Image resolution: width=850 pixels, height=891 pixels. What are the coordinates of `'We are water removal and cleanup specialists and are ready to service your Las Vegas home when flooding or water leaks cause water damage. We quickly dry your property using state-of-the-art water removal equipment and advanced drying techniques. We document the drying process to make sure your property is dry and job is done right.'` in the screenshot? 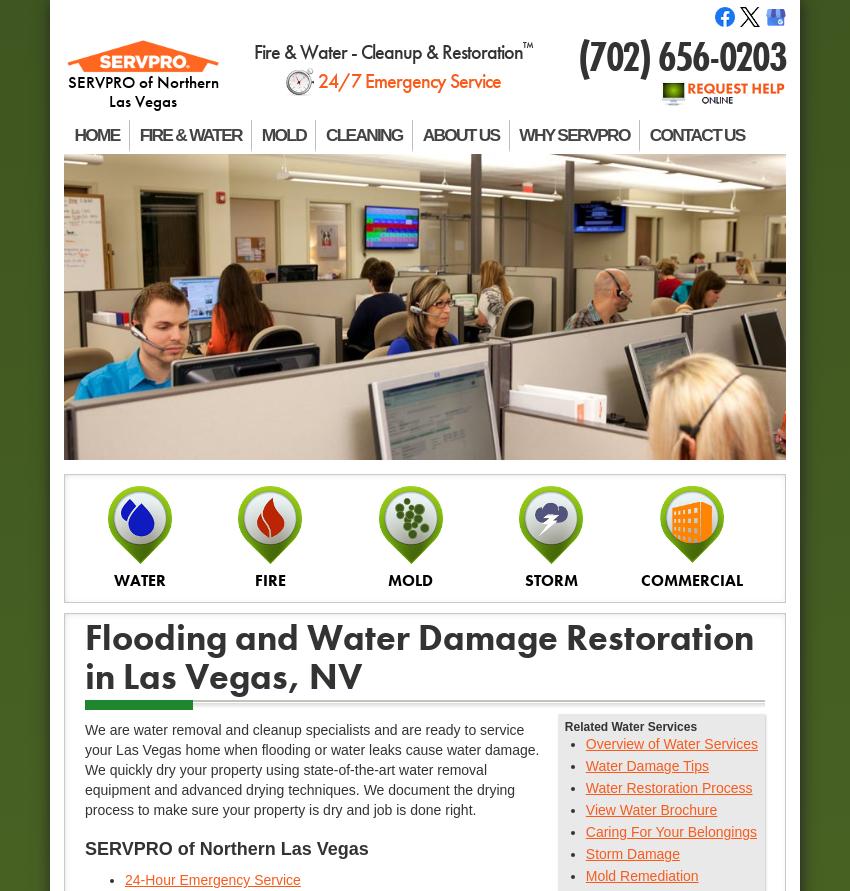 It's located at (312, 770).